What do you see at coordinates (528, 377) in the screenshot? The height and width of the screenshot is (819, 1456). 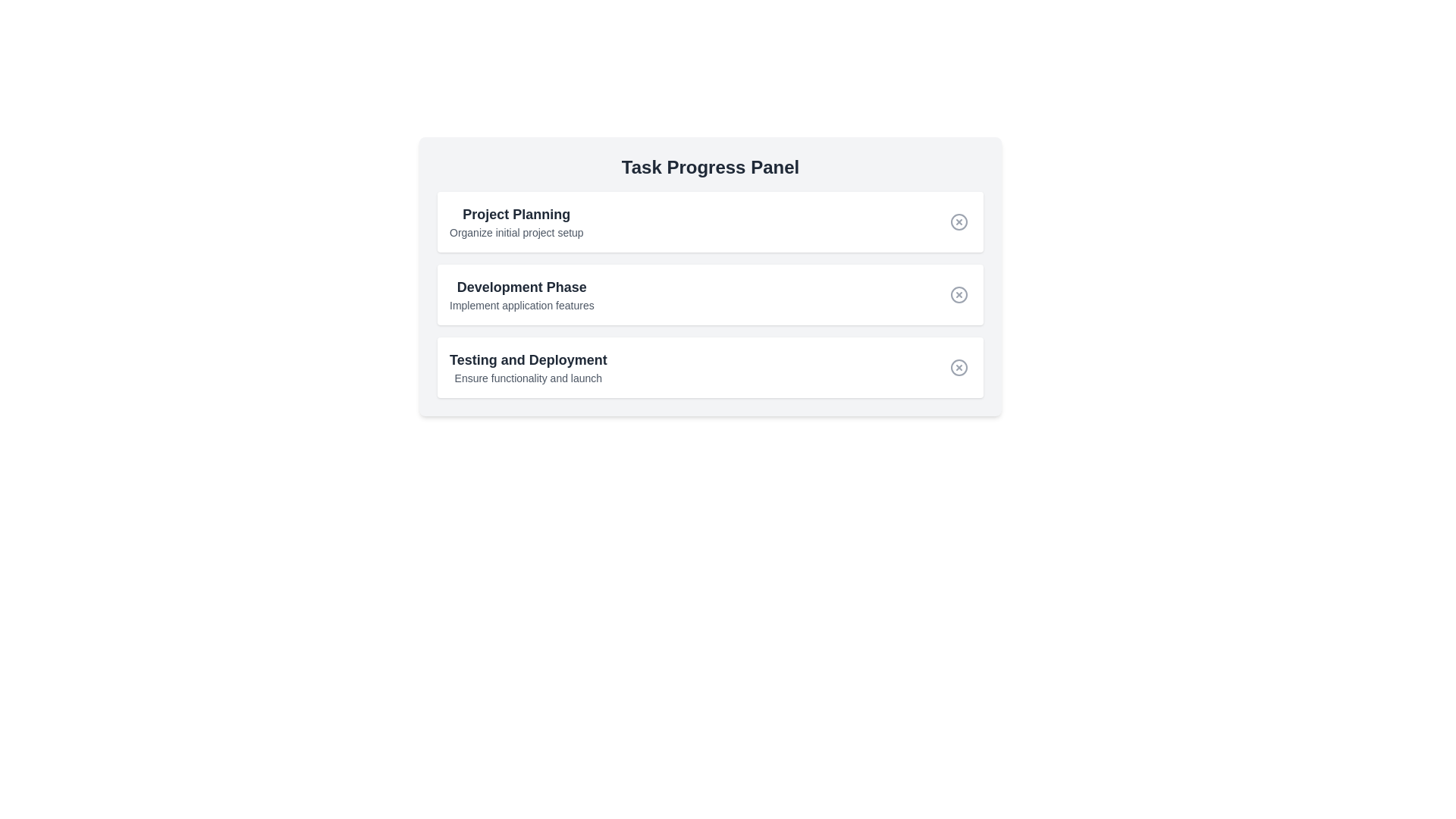 I see `supplementary descriptive text located in the 'Task Progress Panel' below the heading 'Testing and Deployment'` at bounding box center [528, 377].